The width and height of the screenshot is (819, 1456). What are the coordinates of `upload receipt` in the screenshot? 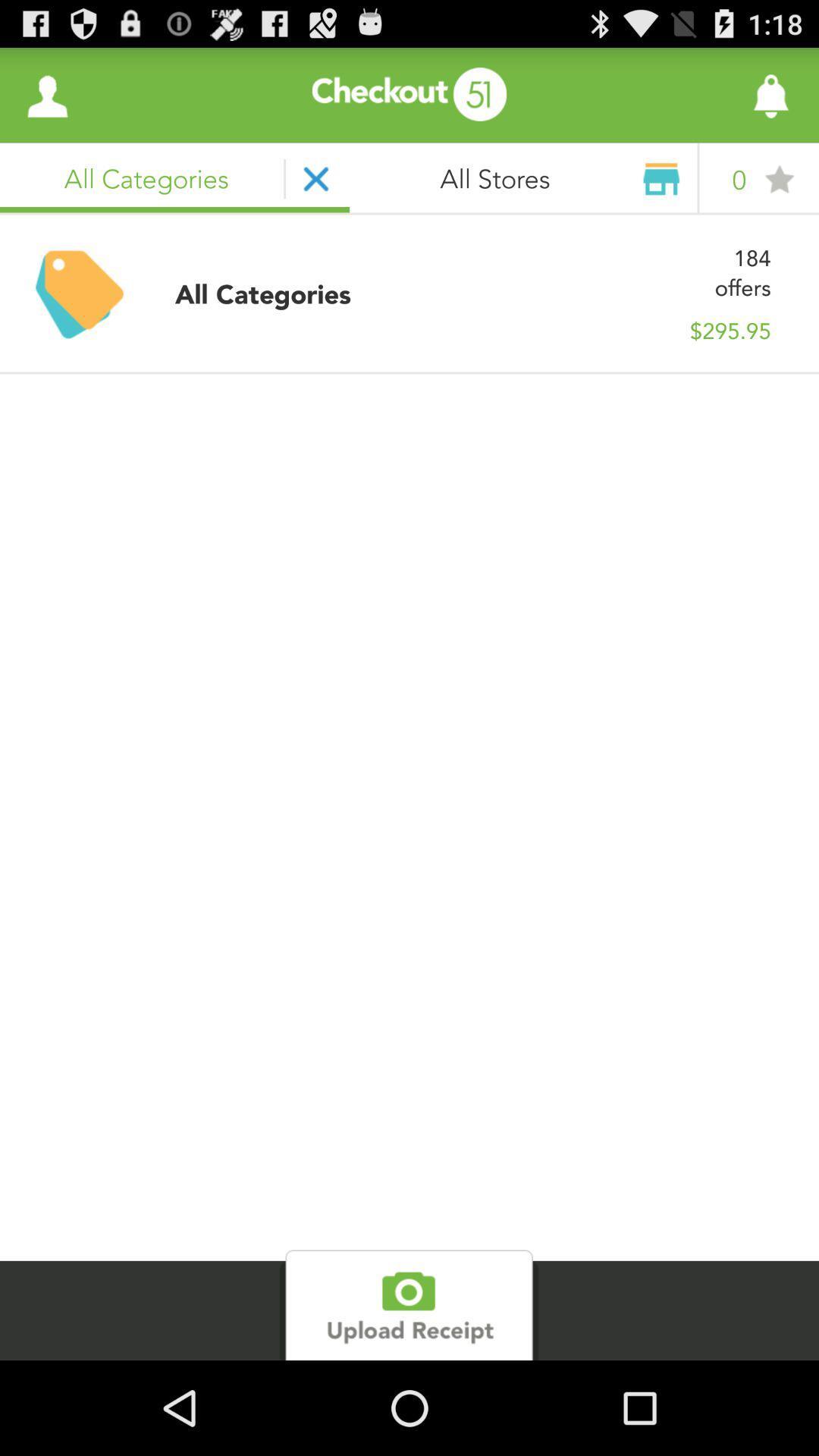 It's located at (408, 1304).